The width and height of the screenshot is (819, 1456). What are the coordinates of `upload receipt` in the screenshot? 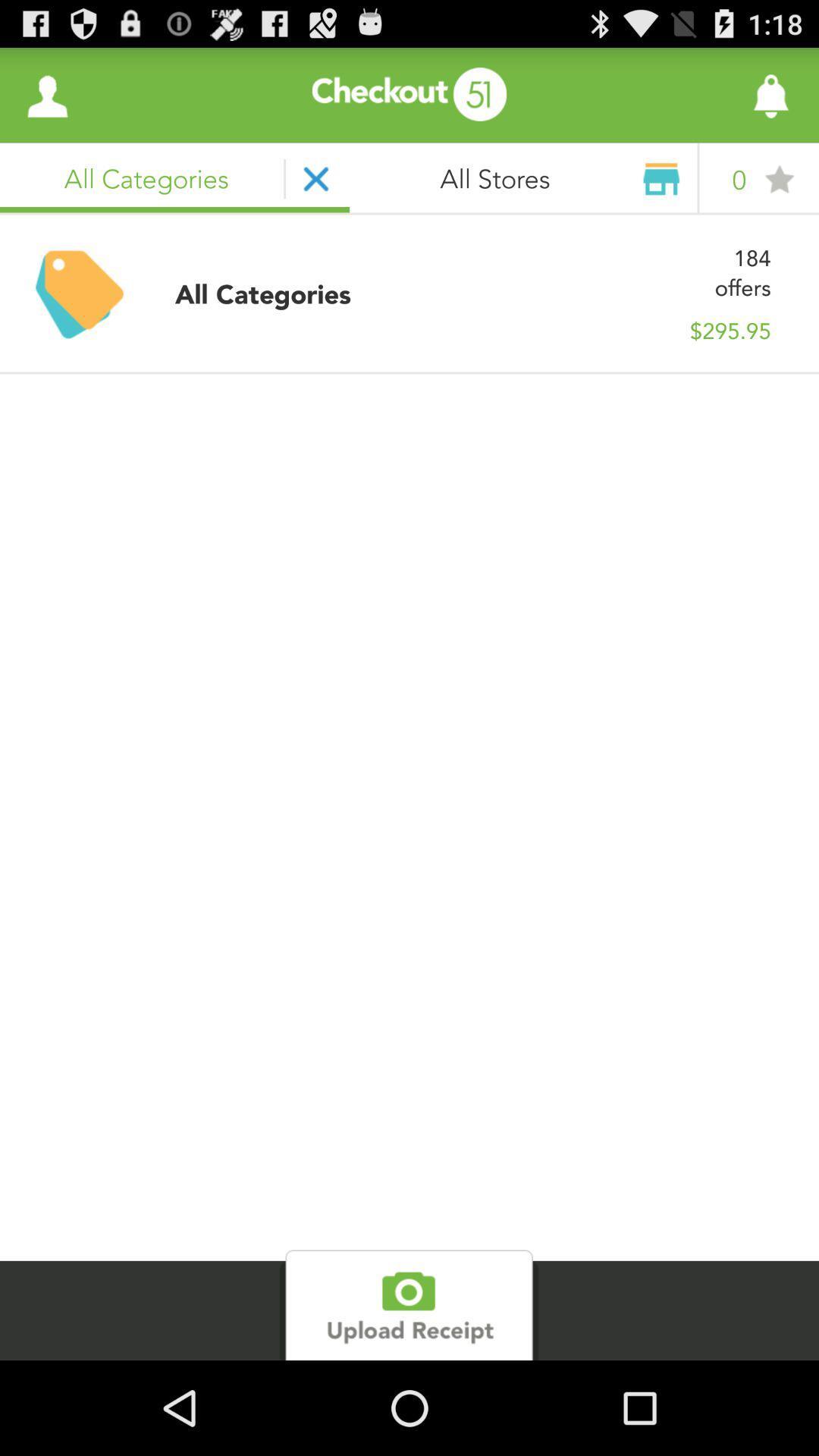 It's located at (408, 1304).